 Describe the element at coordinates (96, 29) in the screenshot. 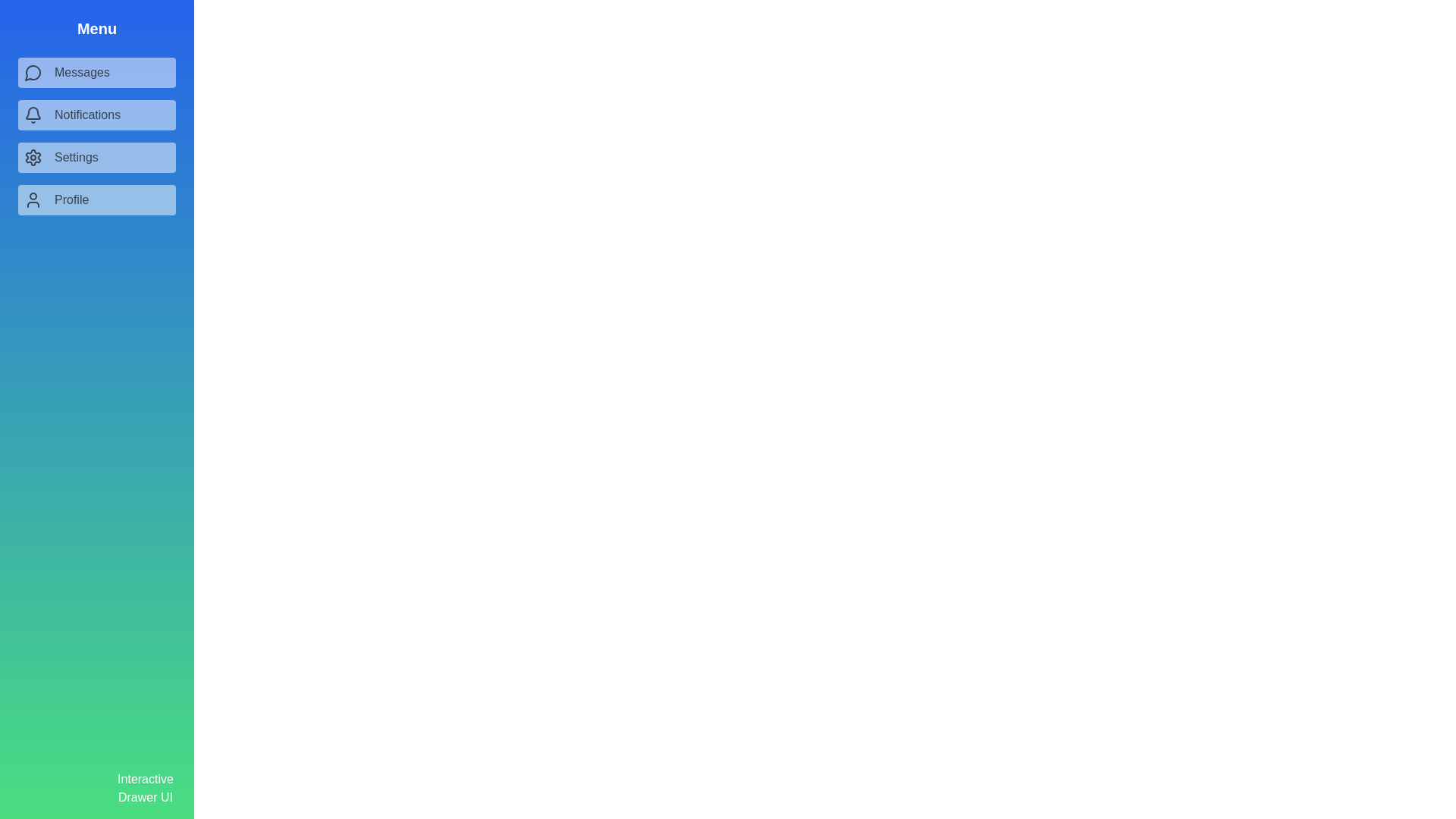

I see `the 'Menu' header text to focus or highlight it` at that location.